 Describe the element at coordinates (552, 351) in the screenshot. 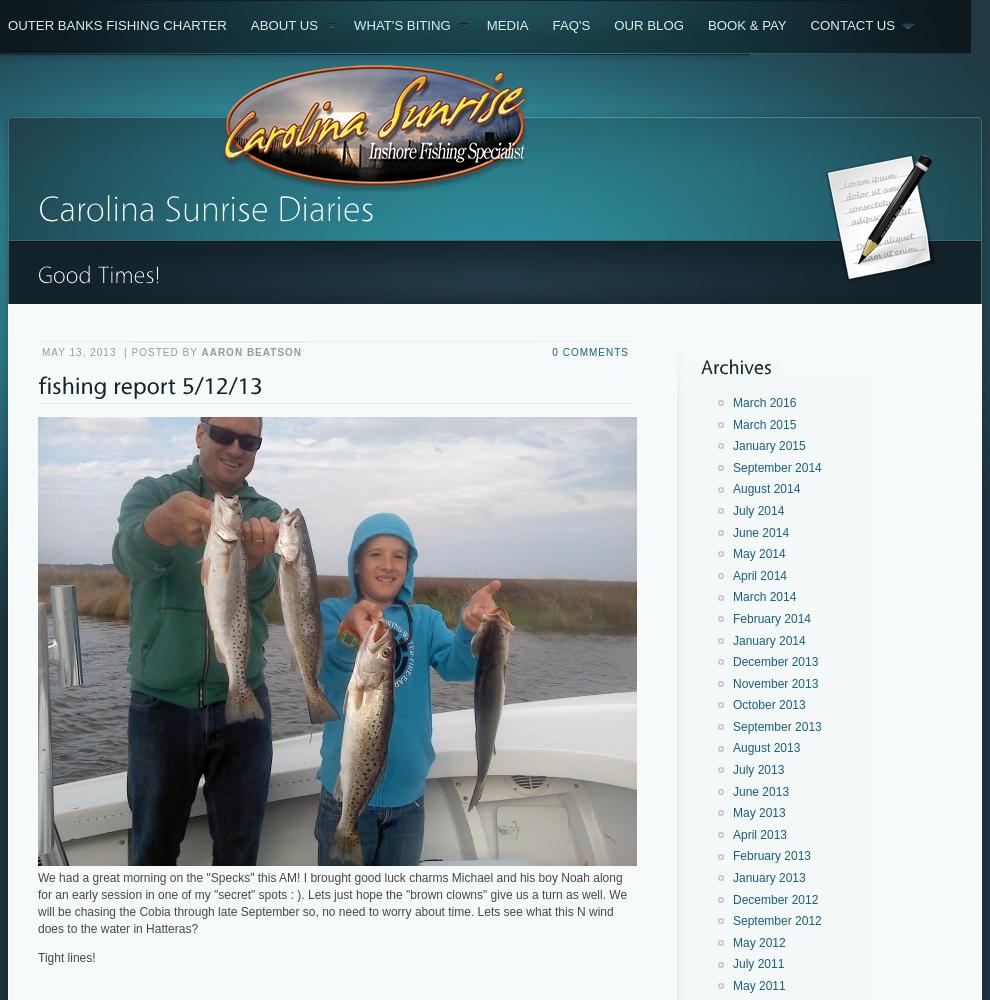

I see `'0 comments'` at that location.